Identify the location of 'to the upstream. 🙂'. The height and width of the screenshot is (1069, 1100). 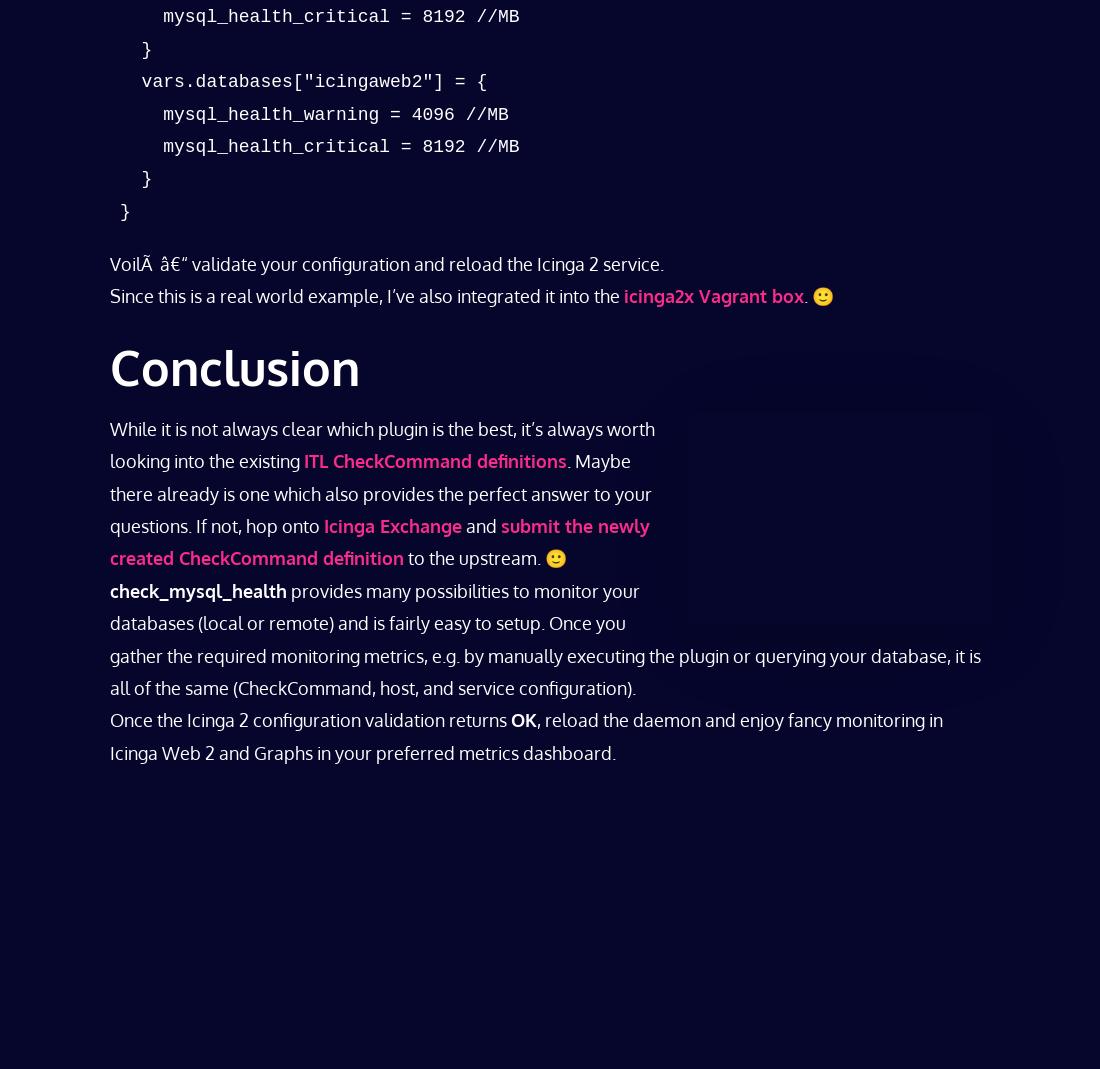
(485, 558).